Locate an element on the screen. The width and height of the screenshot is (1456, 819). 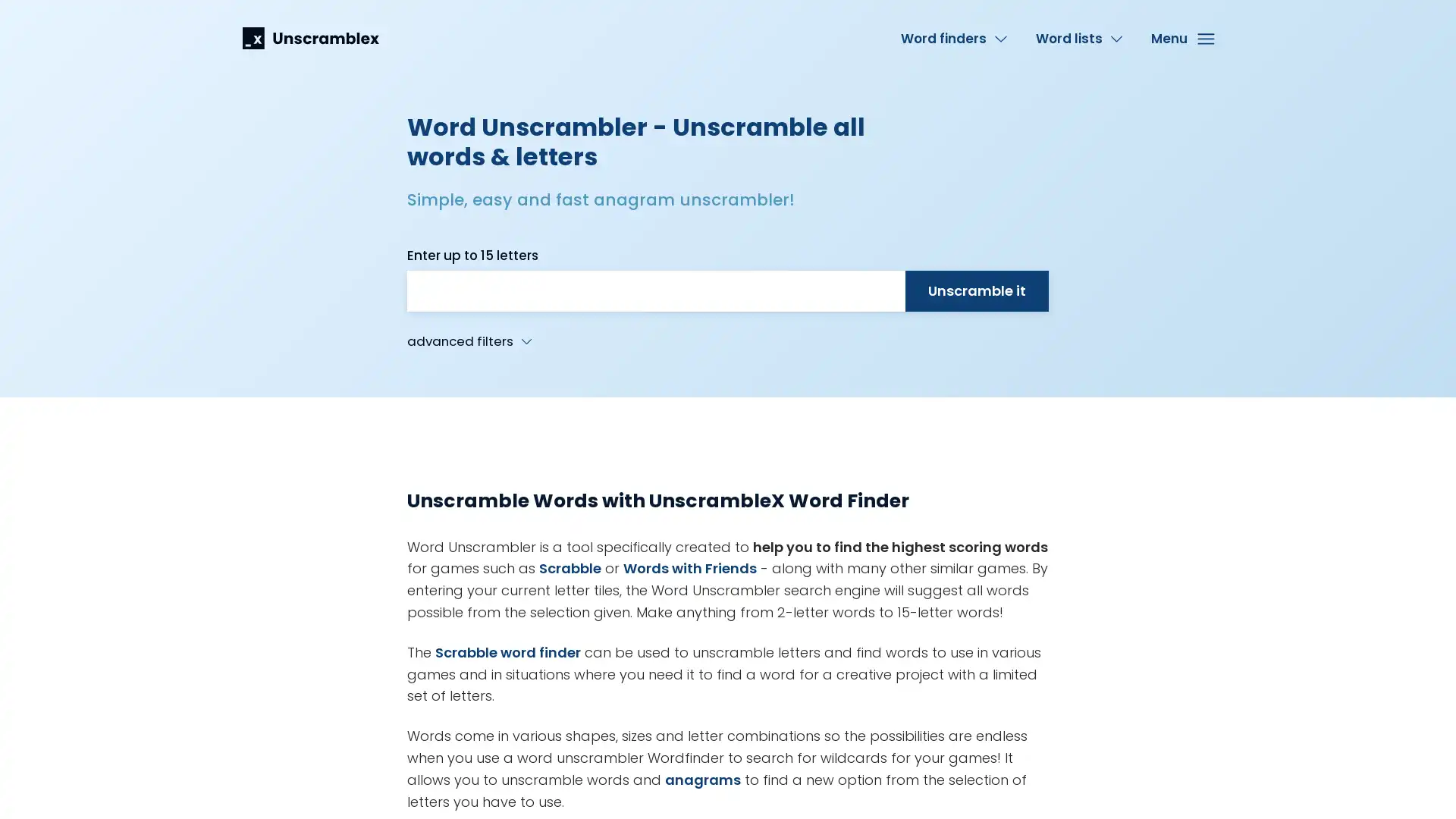
Unscramble it is located at coordinates (976, 291).